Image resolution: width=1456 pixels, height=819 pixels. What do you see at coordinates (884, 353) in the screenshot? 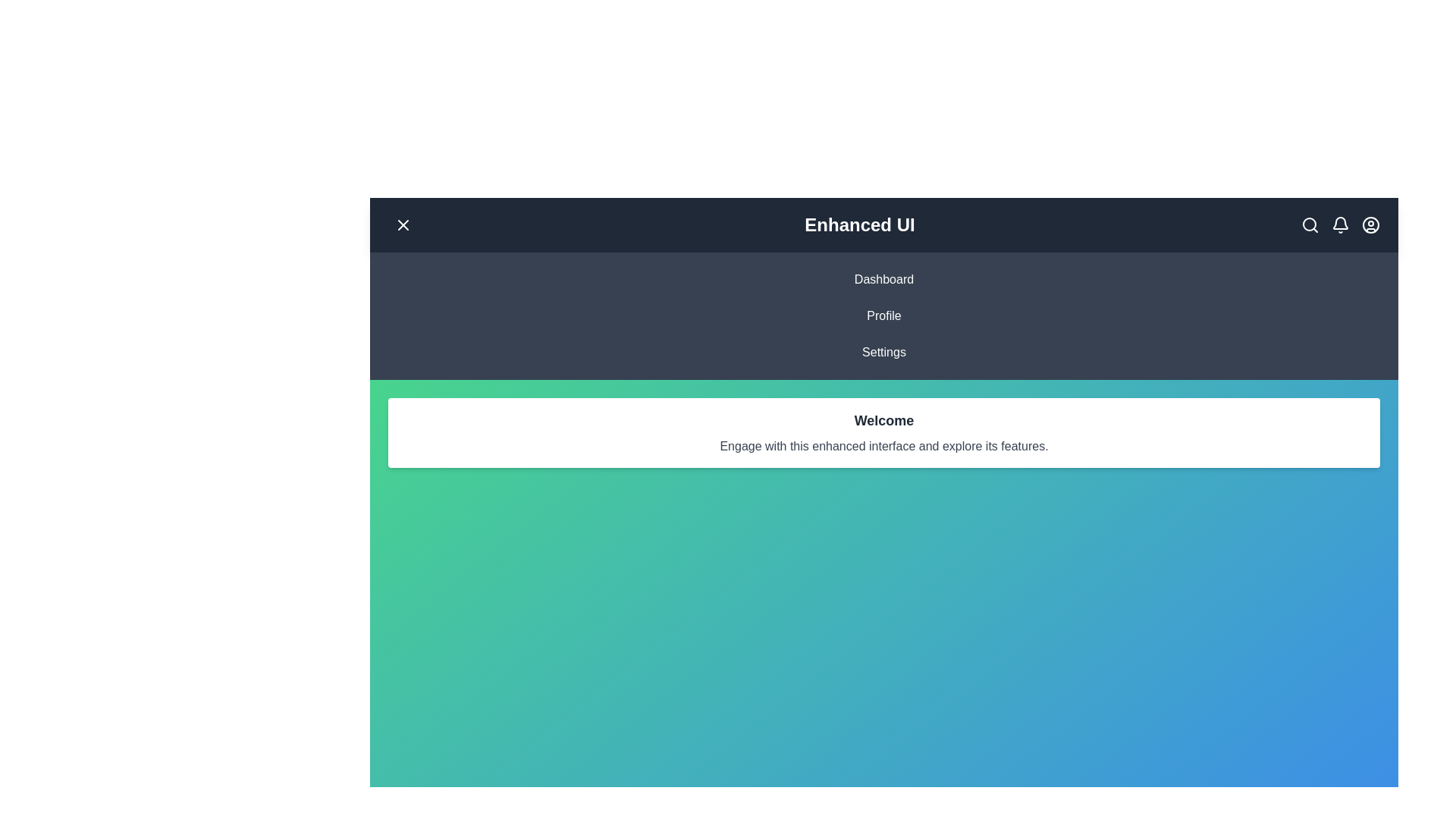
I see `the menu item Settings by clicking on it` at bounding box center [884, 353].